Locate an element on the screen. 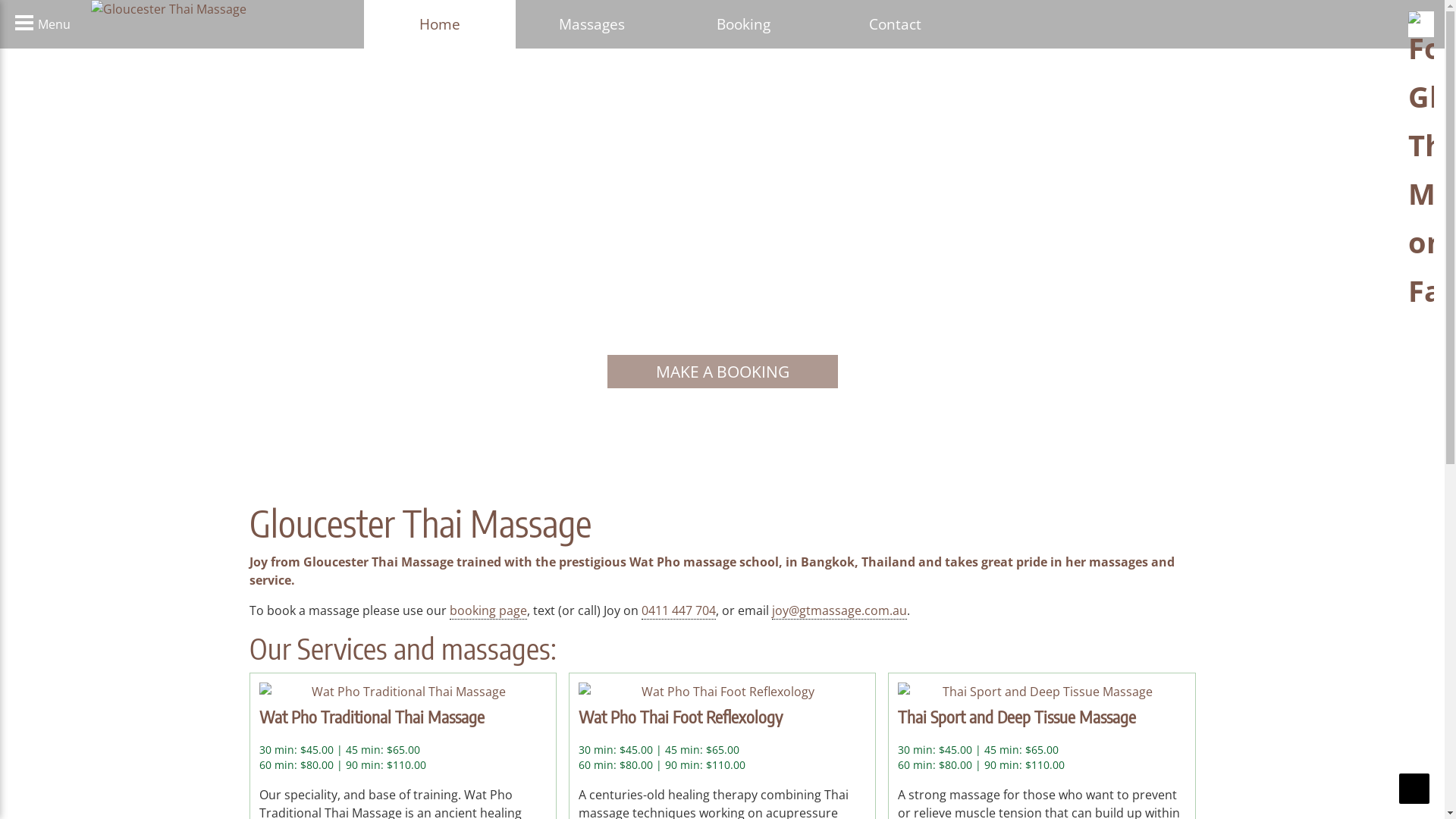 This screenshot has height=819, width=1456. 'Home' is located at coordinates (439, 24).